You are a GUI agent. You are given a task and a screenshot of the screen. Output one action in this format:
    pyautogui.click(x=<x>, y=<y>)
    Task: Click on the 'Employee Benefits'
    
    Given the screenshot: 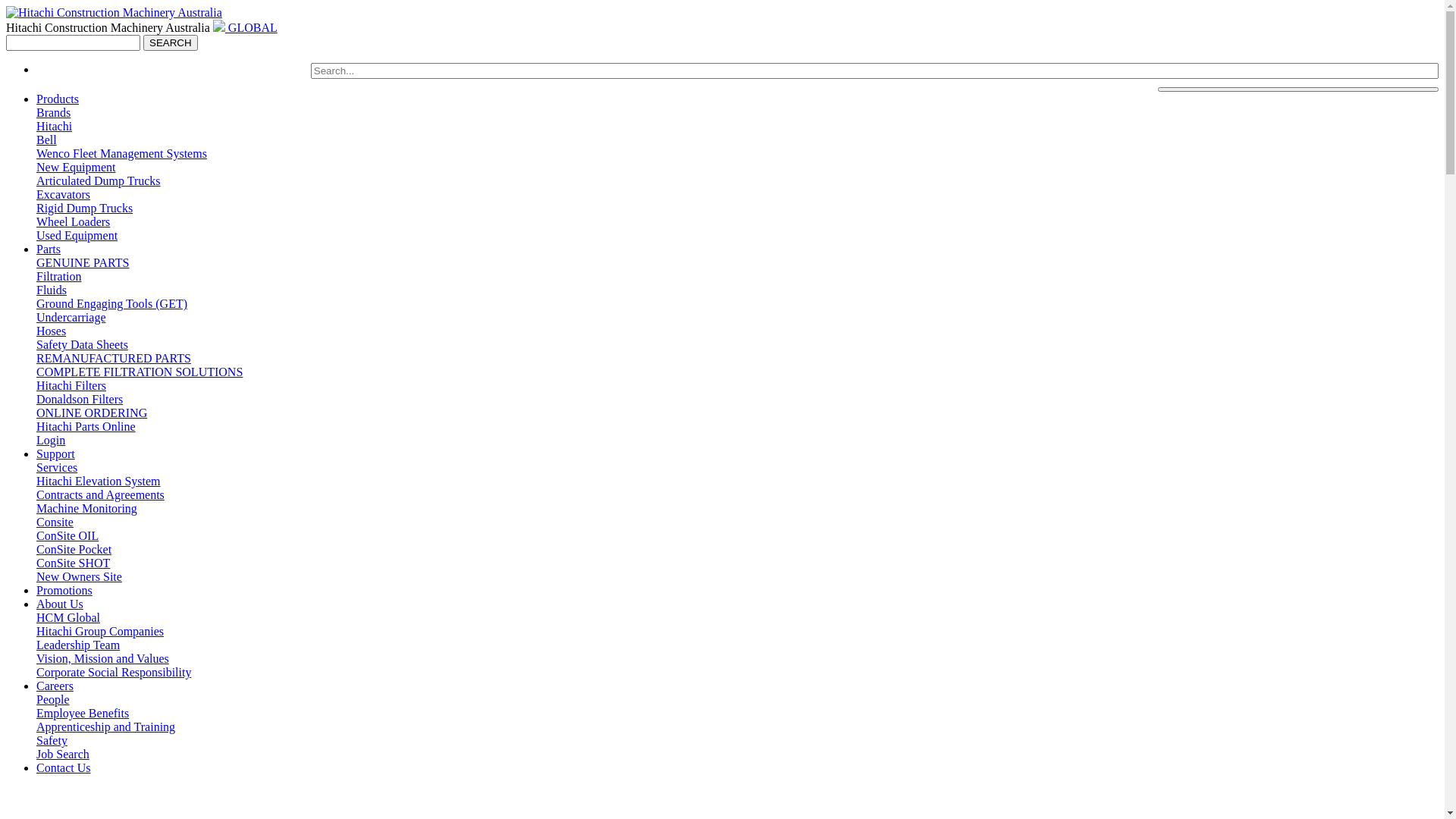 What is the action you would take?
    pyautogui.click(x=82, y=713)
    